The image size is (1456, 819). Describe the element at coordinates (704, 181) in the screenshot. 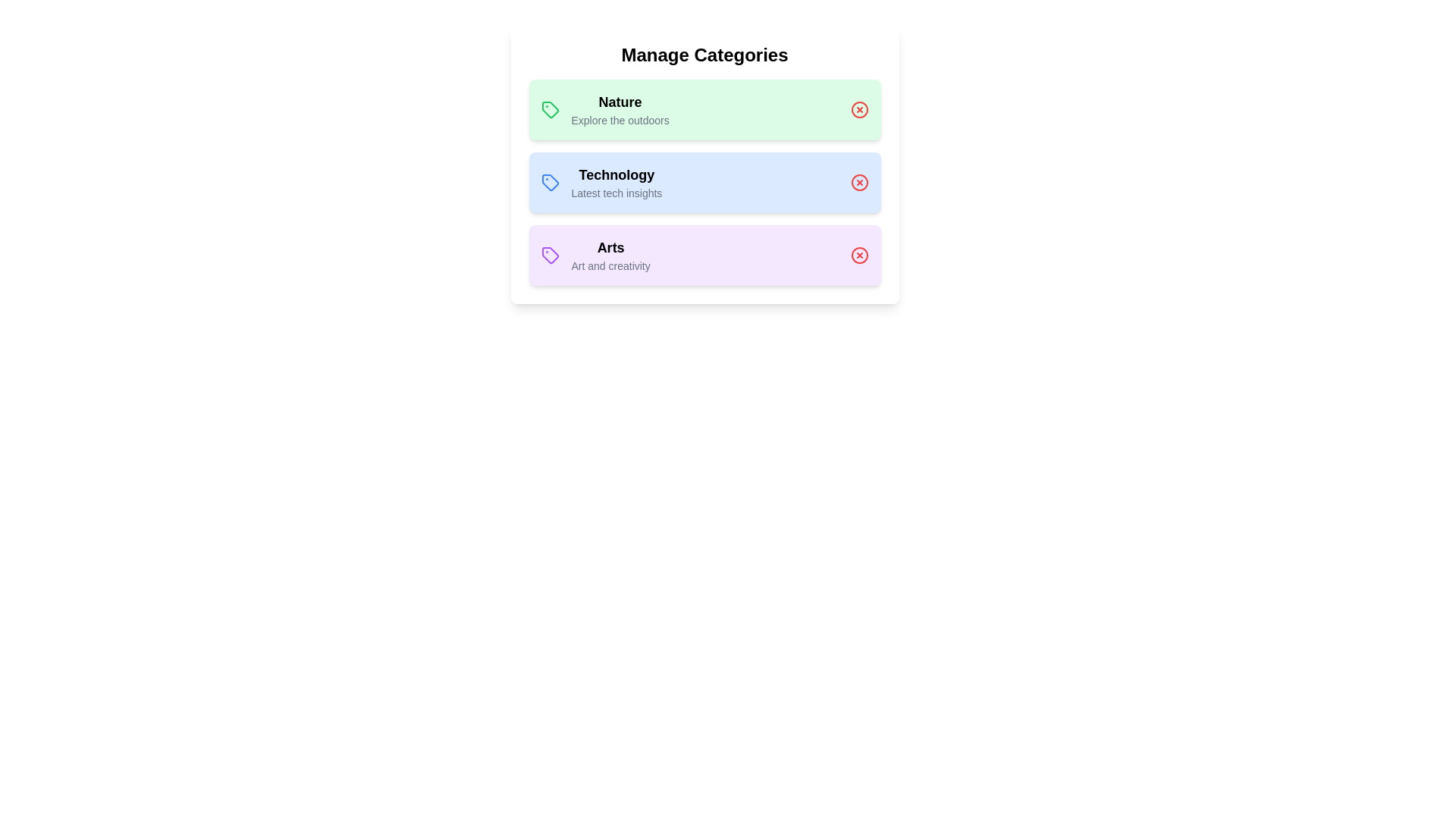

I see `the category Technology to open additional options` at that location.